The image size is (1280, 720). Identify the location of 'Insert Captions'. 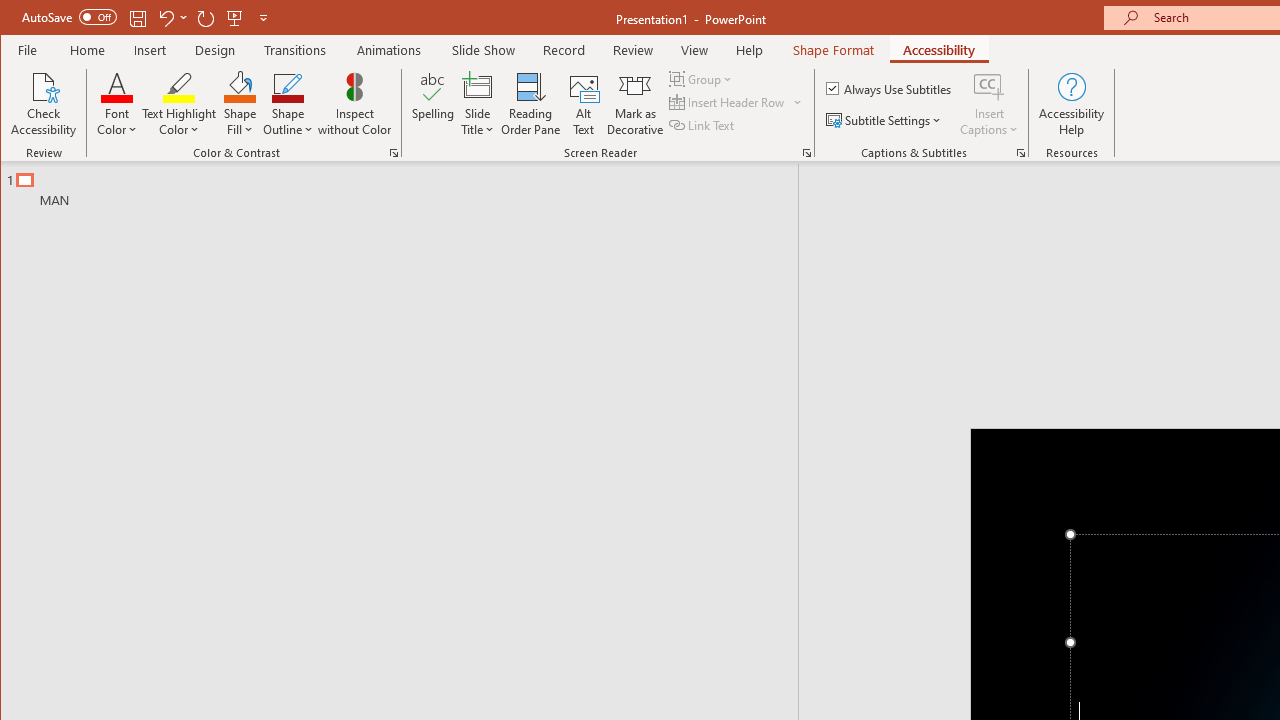
(989, 85).